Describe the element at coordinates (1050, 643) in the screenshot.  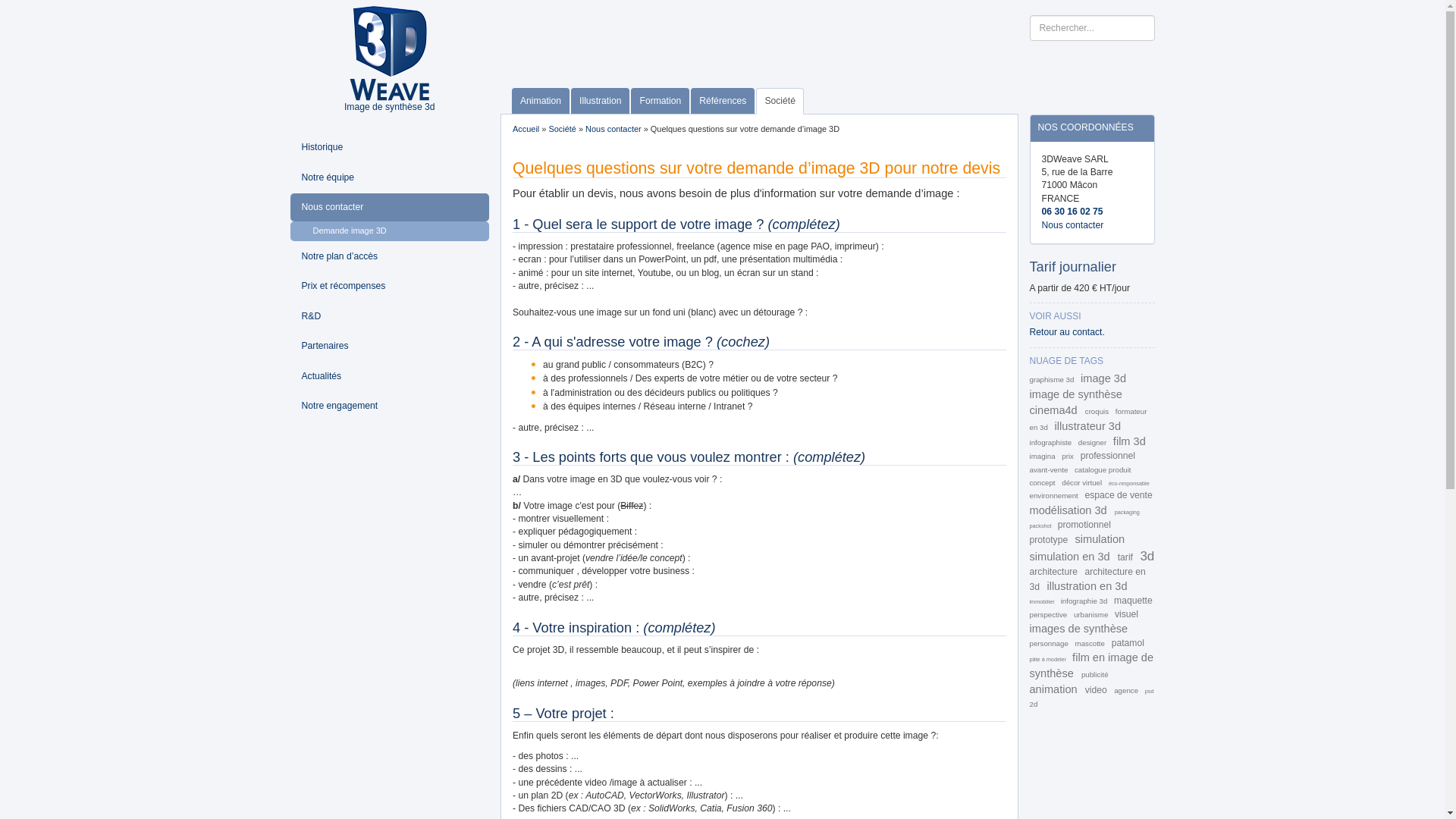
I see `'personnage'` at that location.